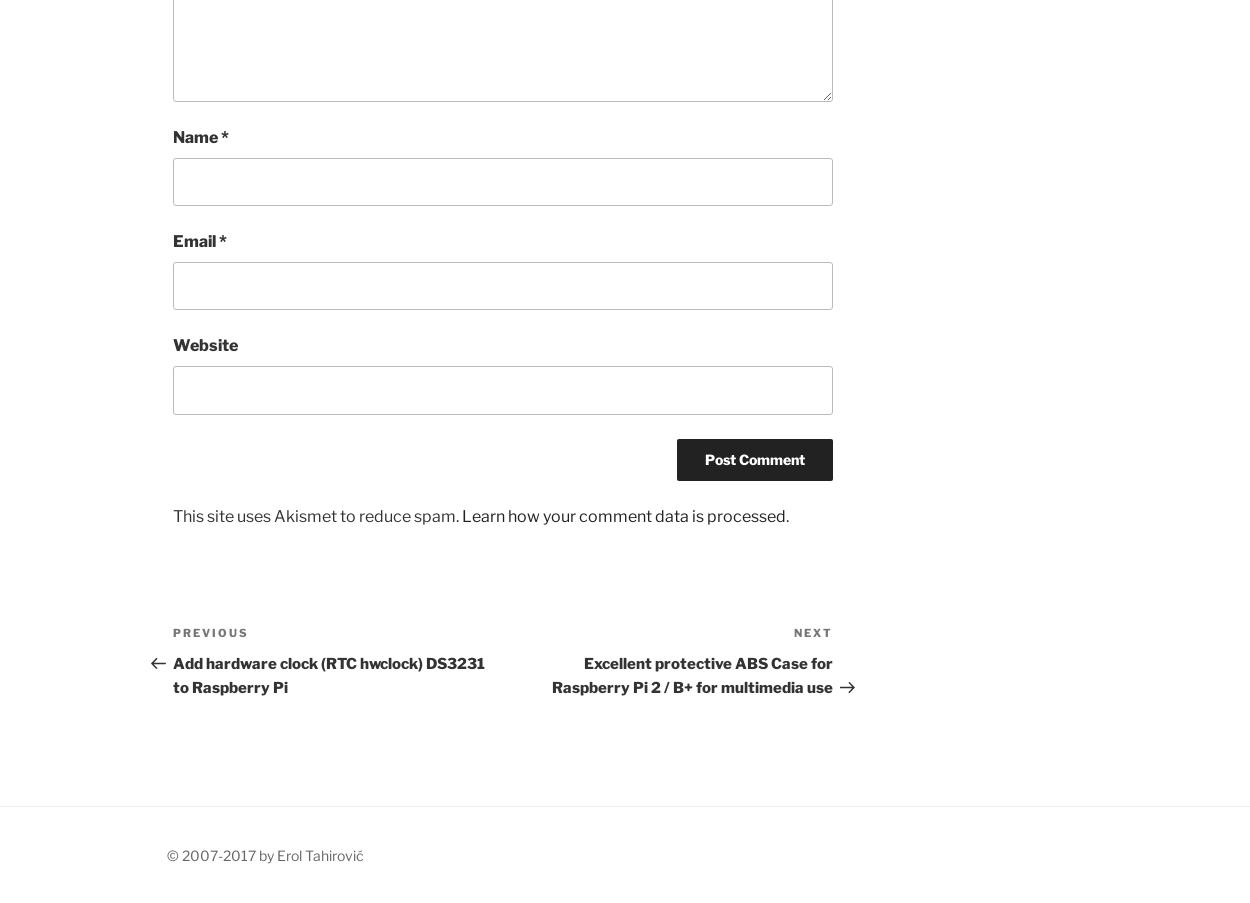 The image size is (1250, 903). Describe the element at coordinates (210, 632) in the screenshot. I see `'Previous'` at that location.